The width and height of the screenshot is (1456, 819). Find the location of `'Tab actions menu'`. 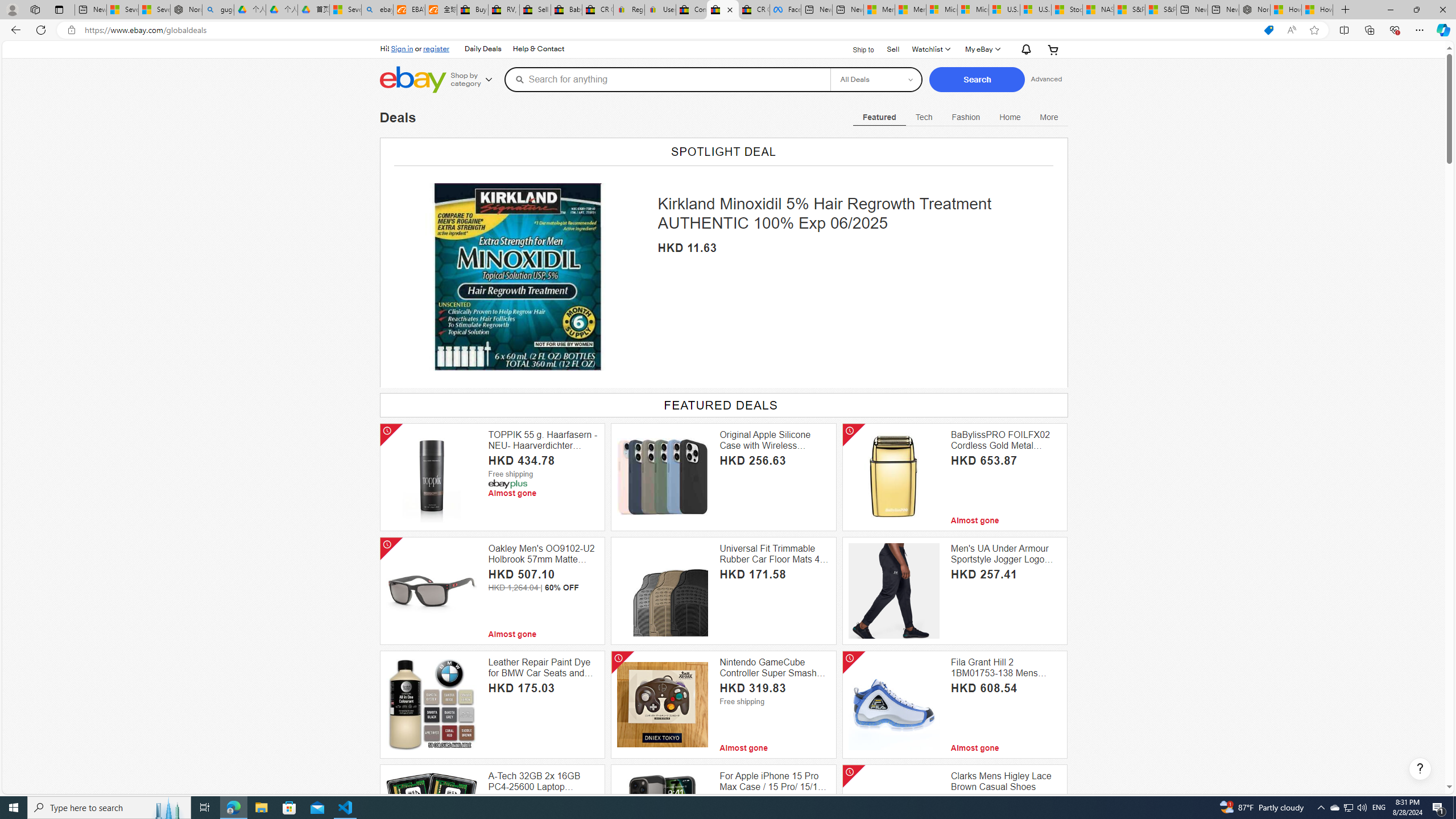

'Tab actions menu' is located at coordinates (58, 9).